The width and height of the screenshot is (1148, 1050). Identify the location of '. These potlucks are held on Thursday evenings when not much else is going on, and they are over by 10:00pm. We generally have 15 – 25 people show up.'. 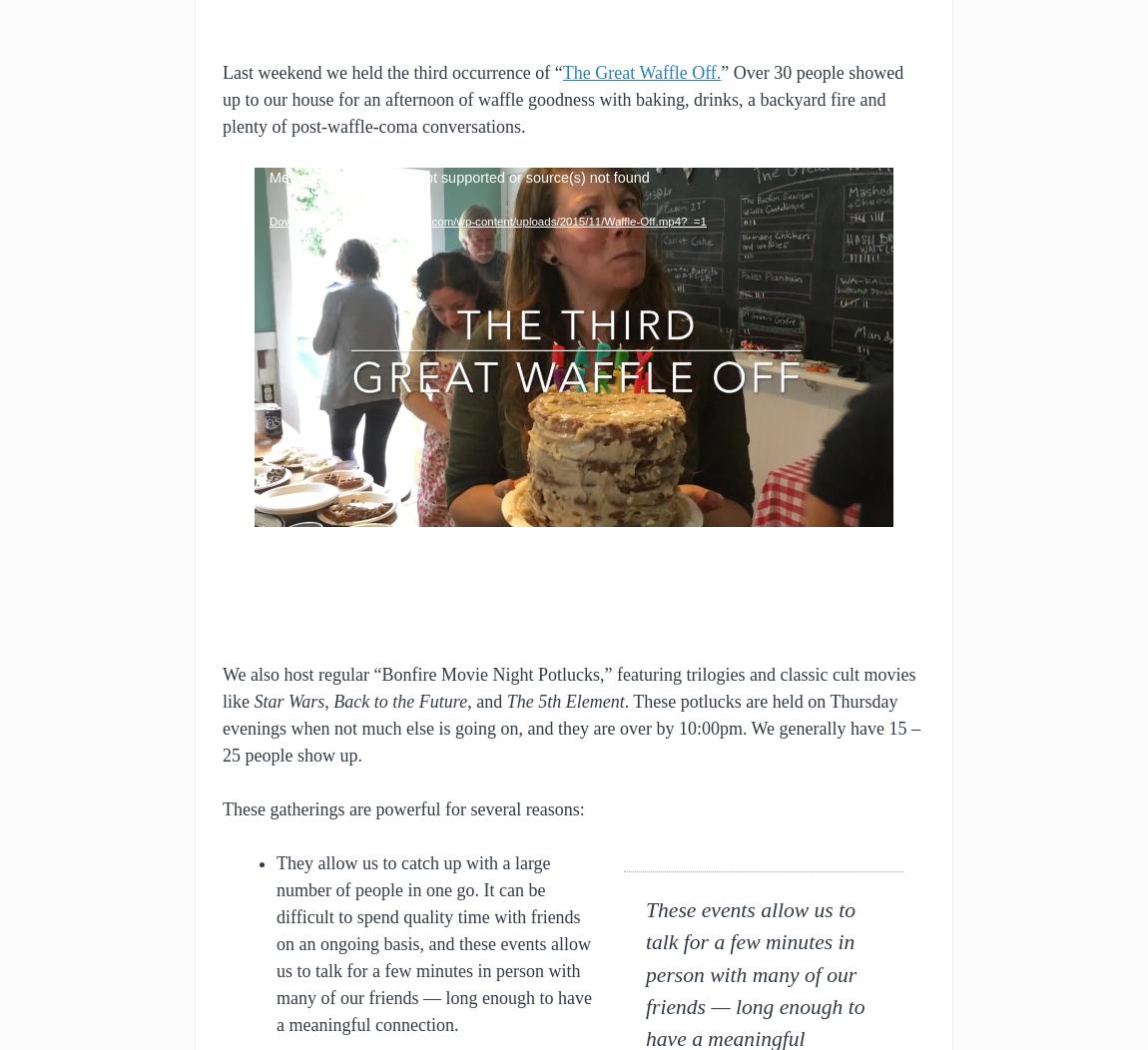
(221, 728).